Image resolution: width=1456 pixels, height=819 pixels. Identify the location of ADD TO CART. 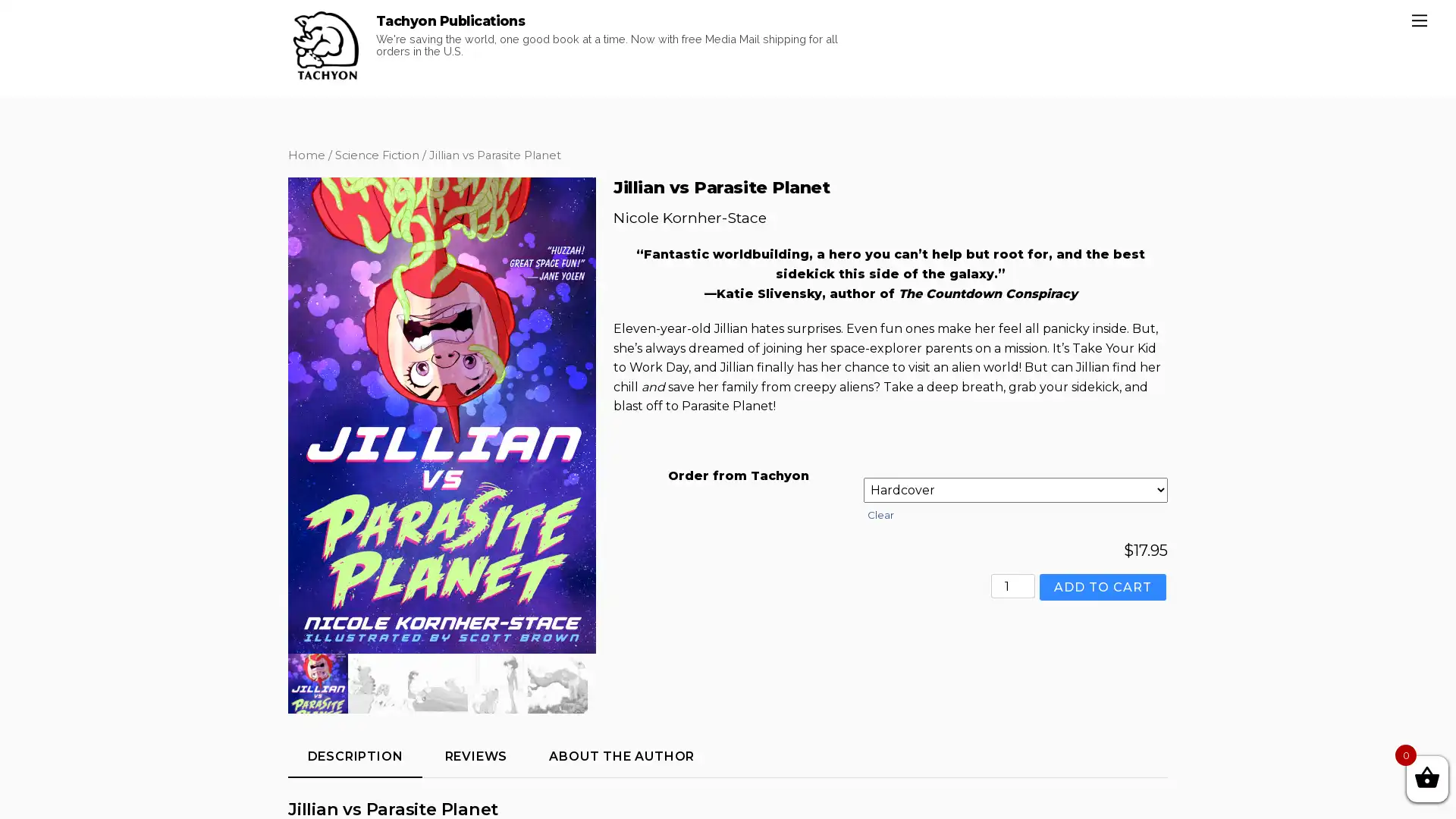
(1103, 665).